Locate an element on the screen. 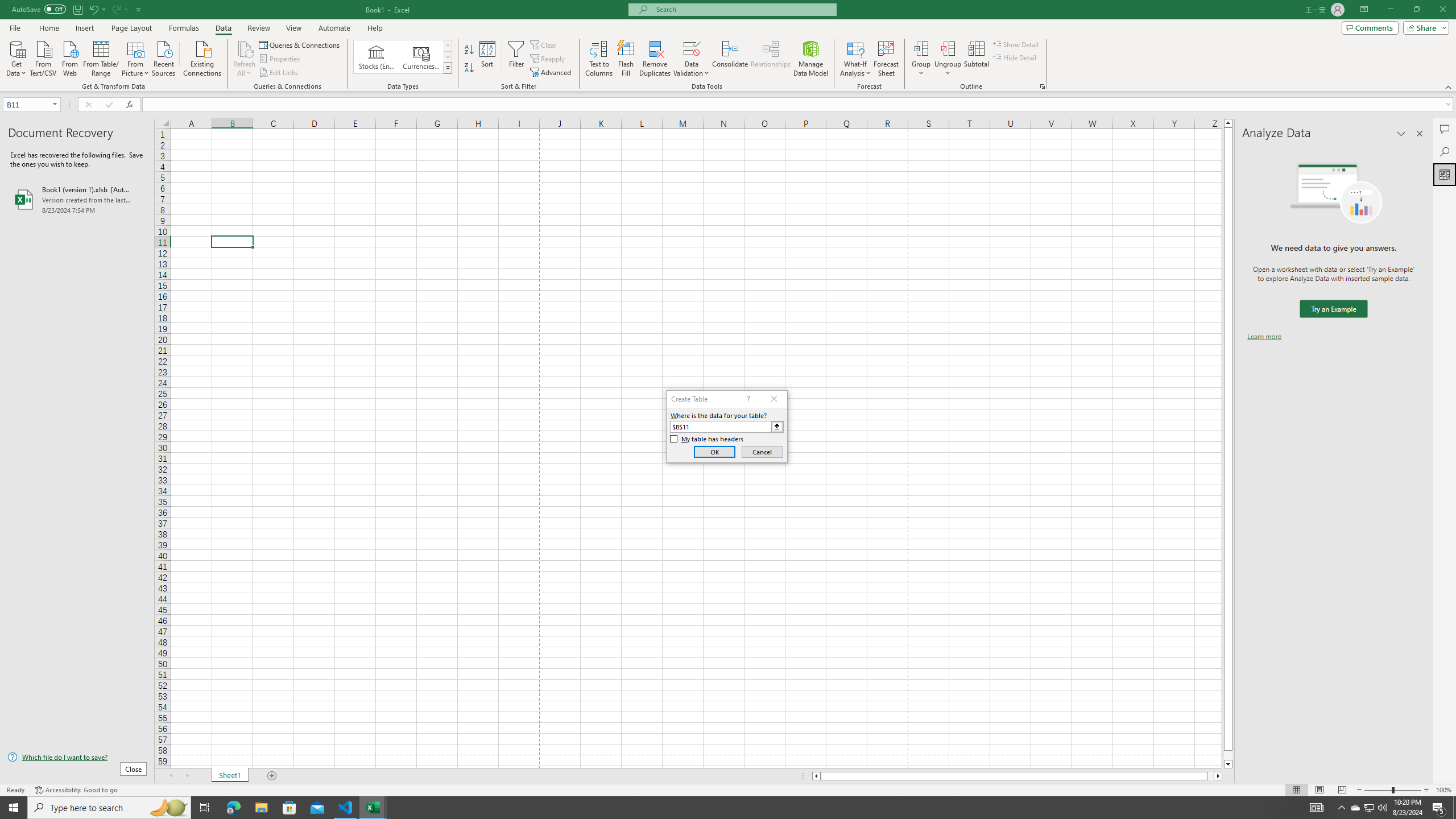 The width and height of the screenshot is (1456, 819). 'Sheet1' is located at coordinates (229, 775).